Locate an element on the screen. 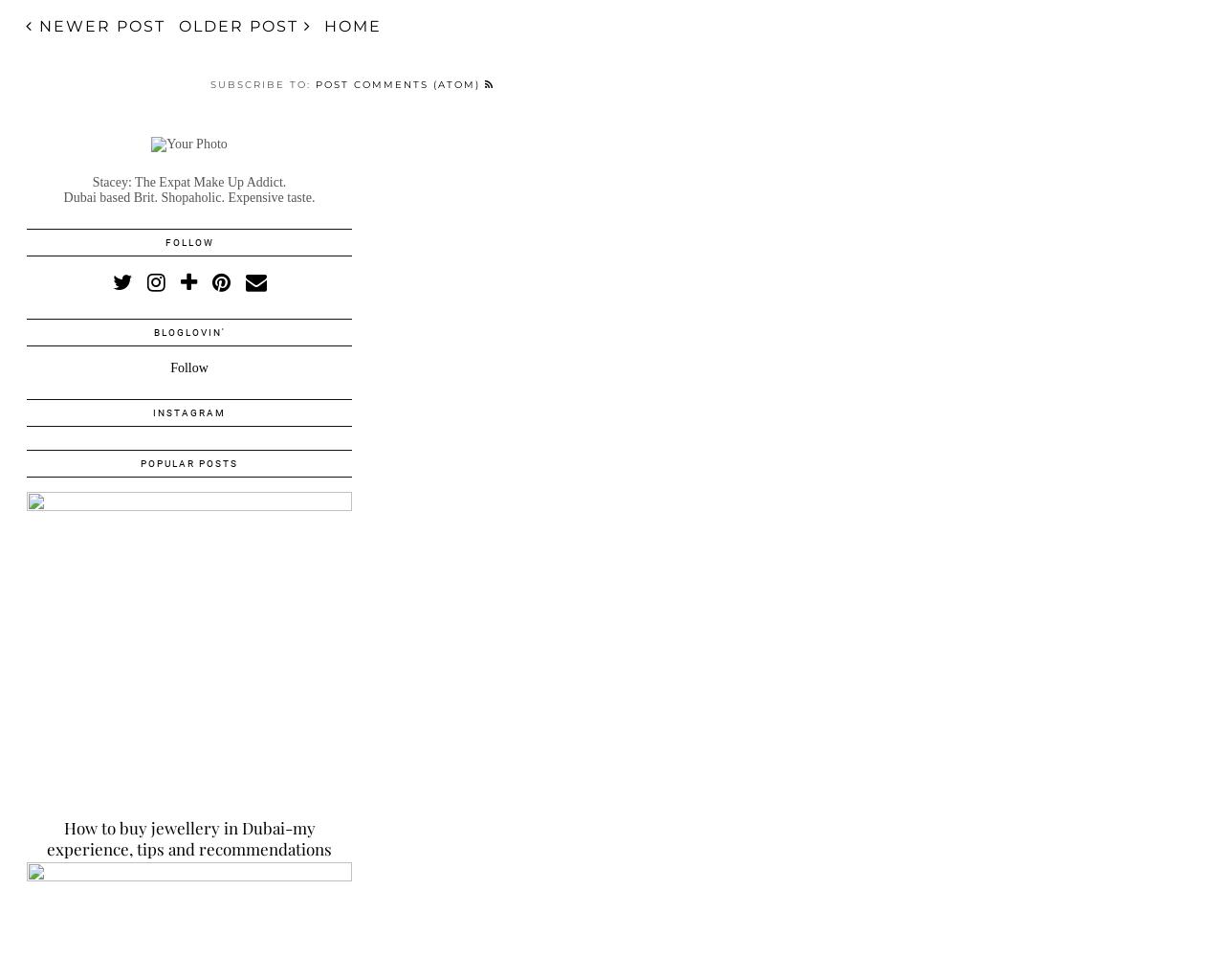 This screenshot has width=1232, height=957. 'Subscribe to:' is located at coordinates (261, 82).